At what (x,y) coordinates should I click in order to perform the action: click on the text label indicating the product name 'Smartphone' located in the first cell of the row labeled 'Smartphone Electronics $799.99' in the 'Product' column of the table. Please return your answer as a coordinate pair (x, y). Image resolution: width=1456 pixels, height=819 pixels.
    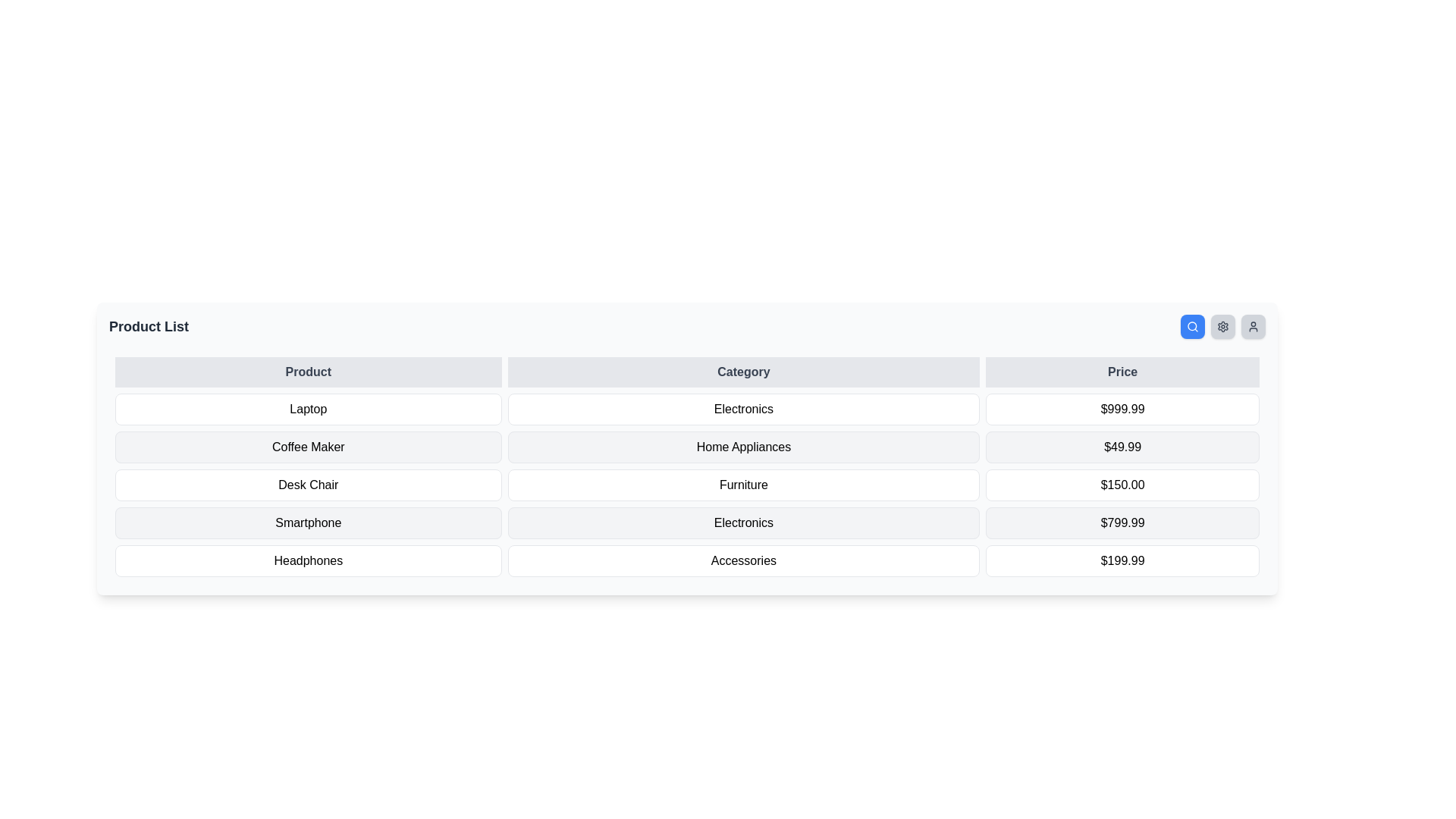
    Looking at the image, I should click on (307, 522).